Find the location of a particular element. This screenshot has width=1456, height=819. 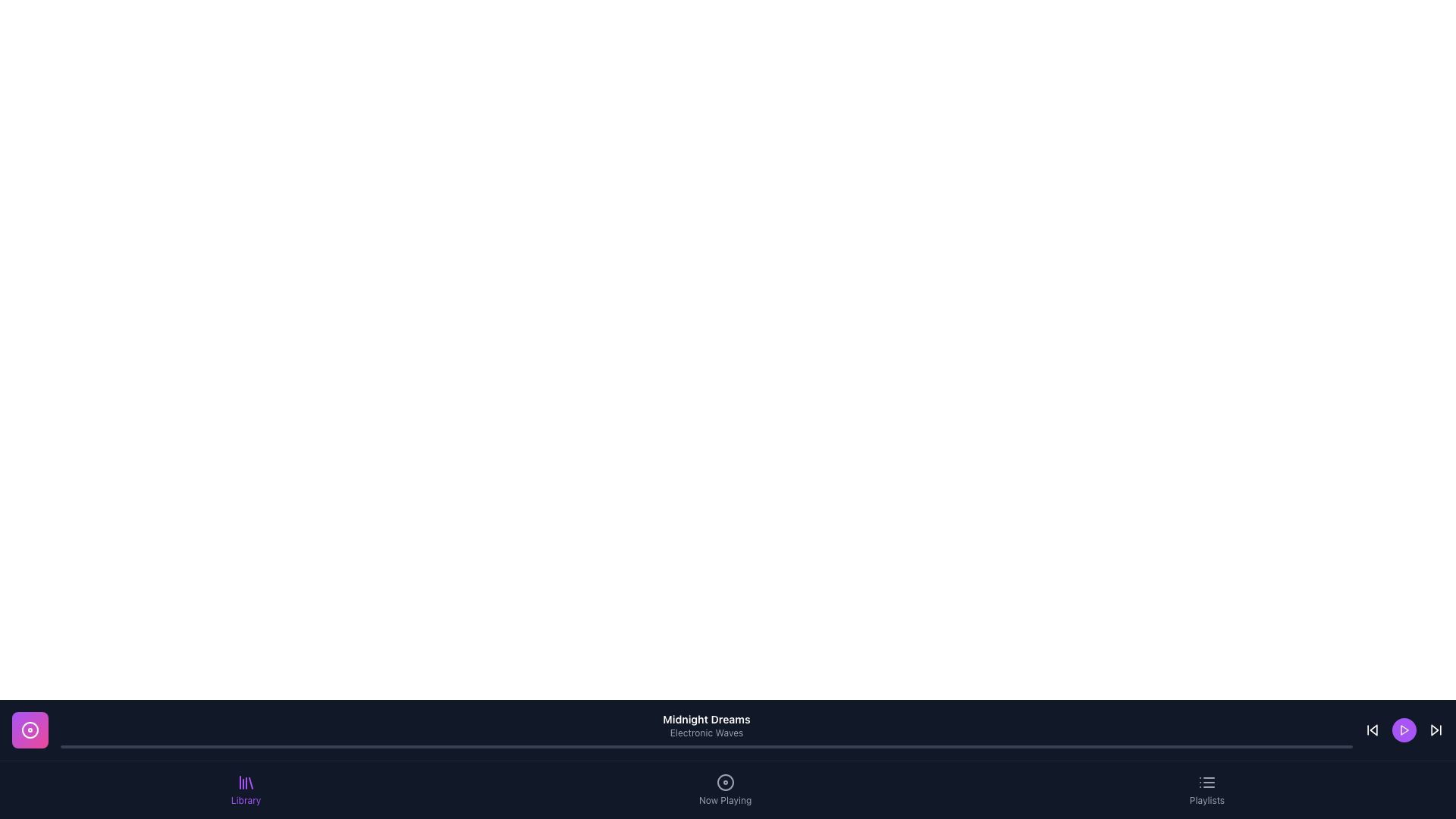

the static label indicating the current playback status, which is located beneath a circular graphical icon in the bottom navigation bar is located at coordinates (724, 800).